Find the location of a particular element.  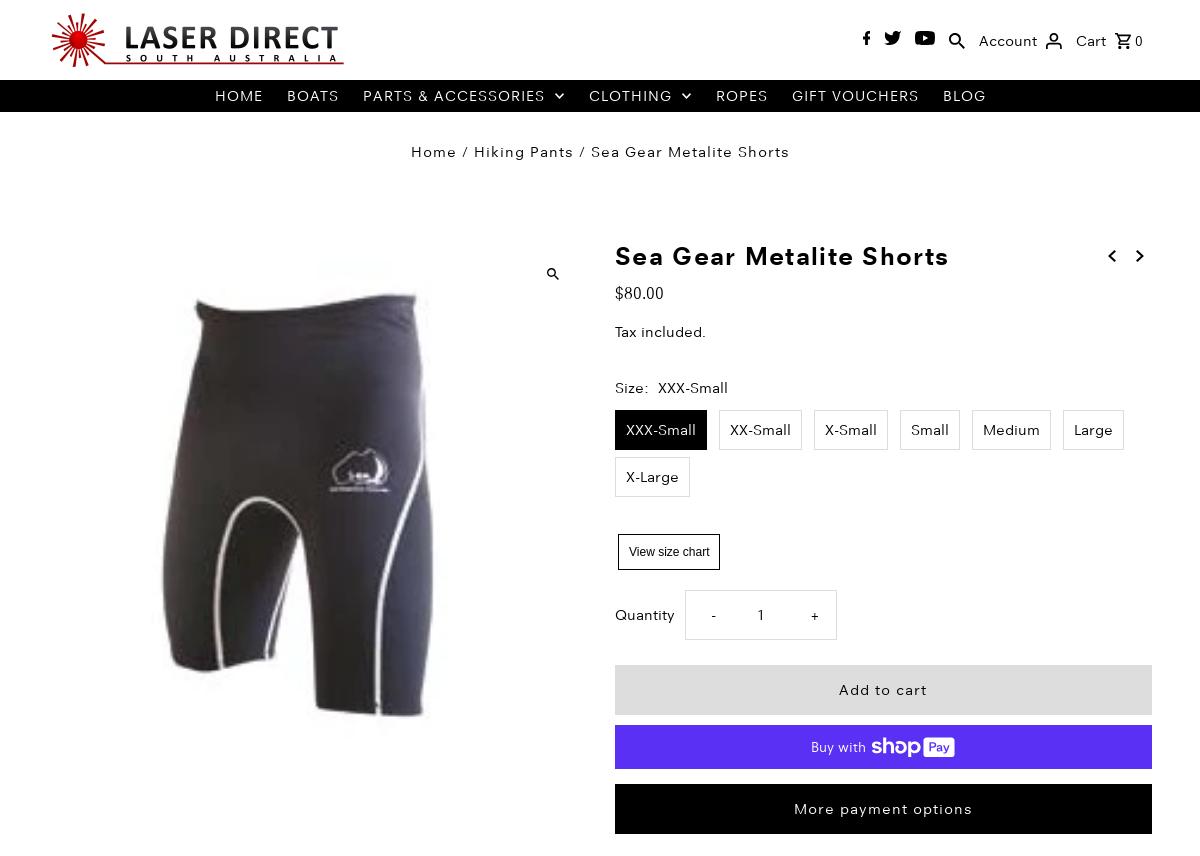

'Account' is located at coordinates (1008, 40).